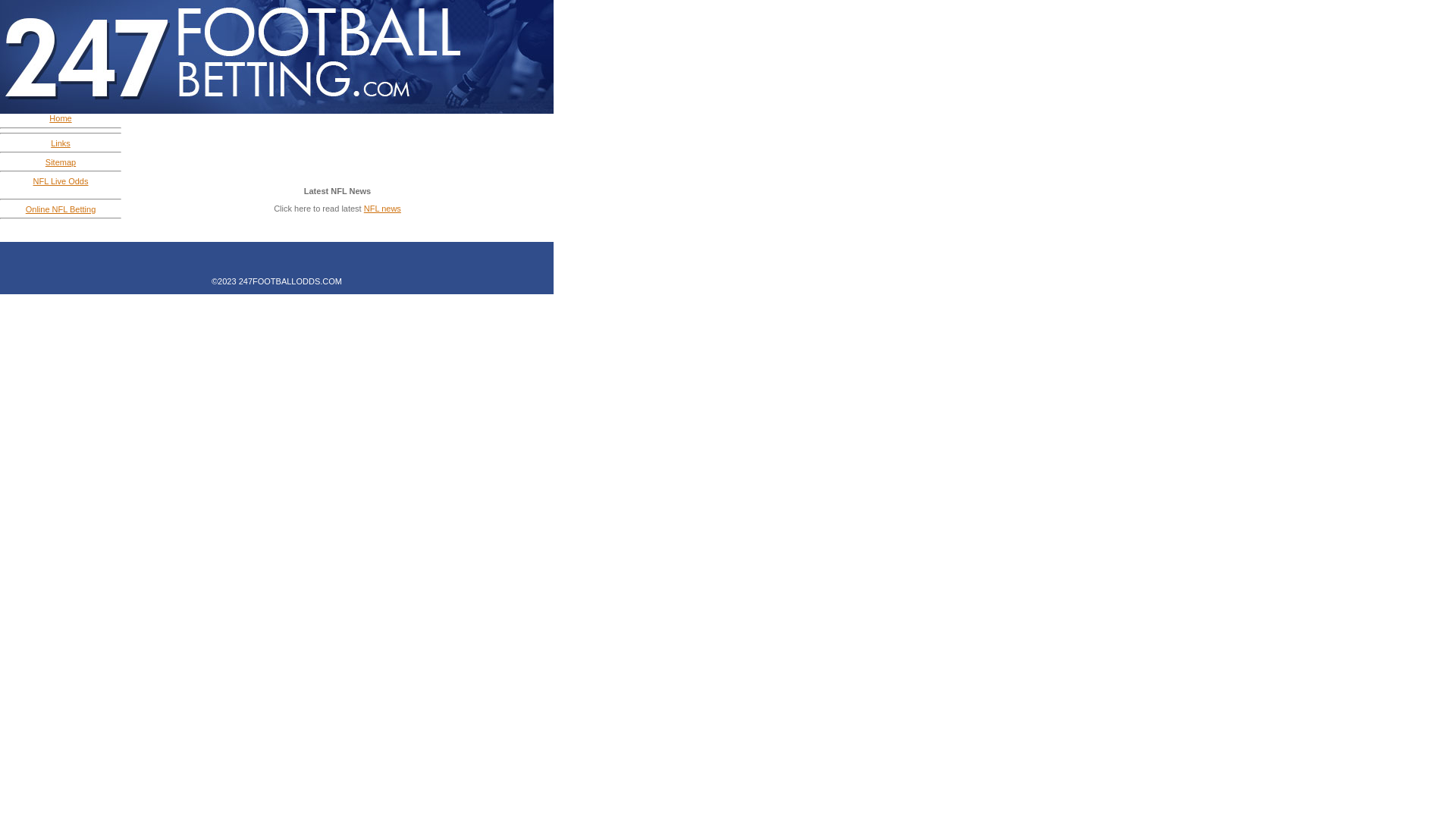 The width and height of the screenshot is (1456, 819). I want to click on 'Home', so click(60, 117).